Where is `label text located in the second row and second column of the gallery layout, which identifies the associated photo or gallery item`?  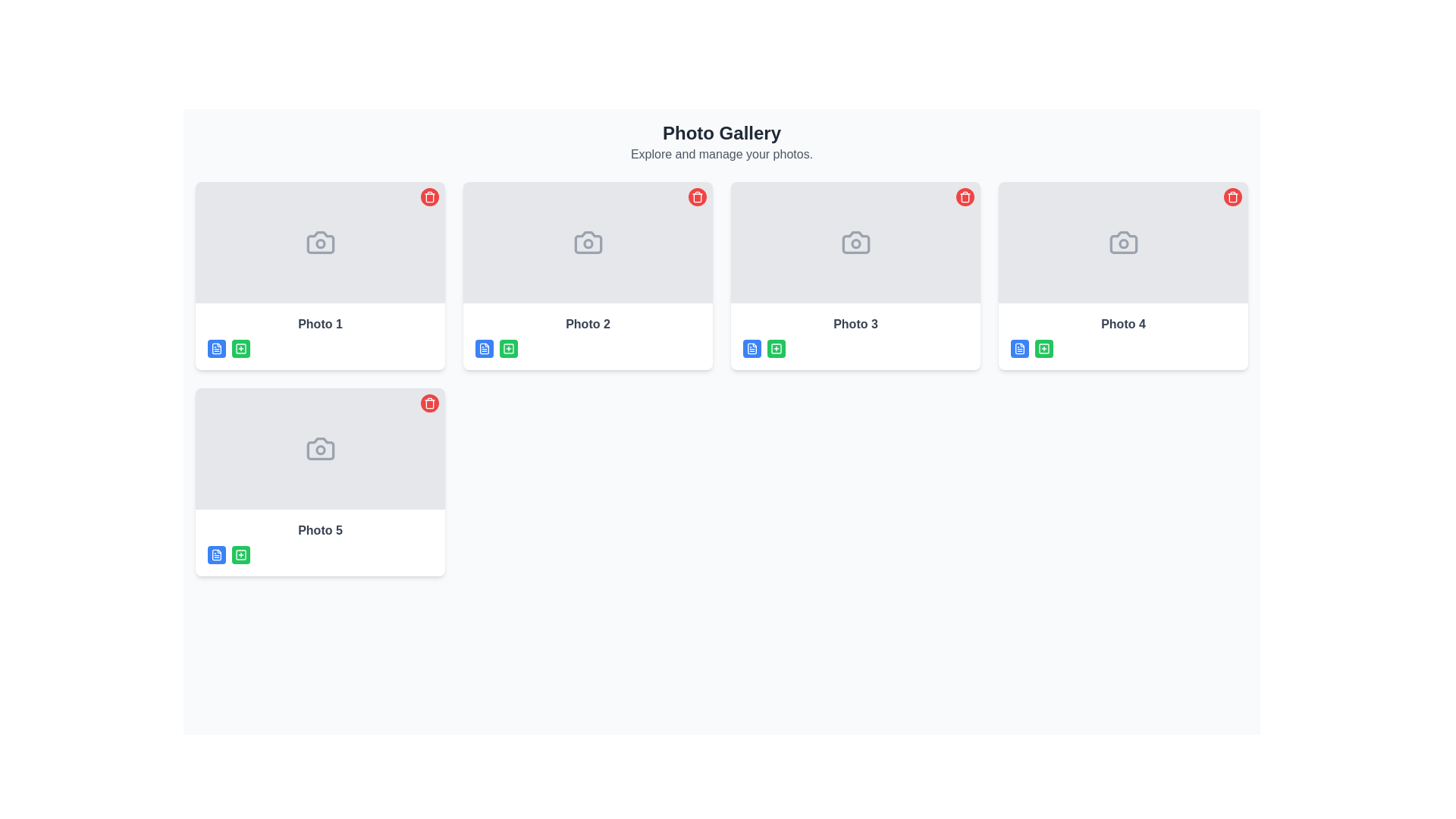
label text located in the second row and second column of the gallery layout, which identifies the associated photo or gallery item is located at coordinates (1123, 324).